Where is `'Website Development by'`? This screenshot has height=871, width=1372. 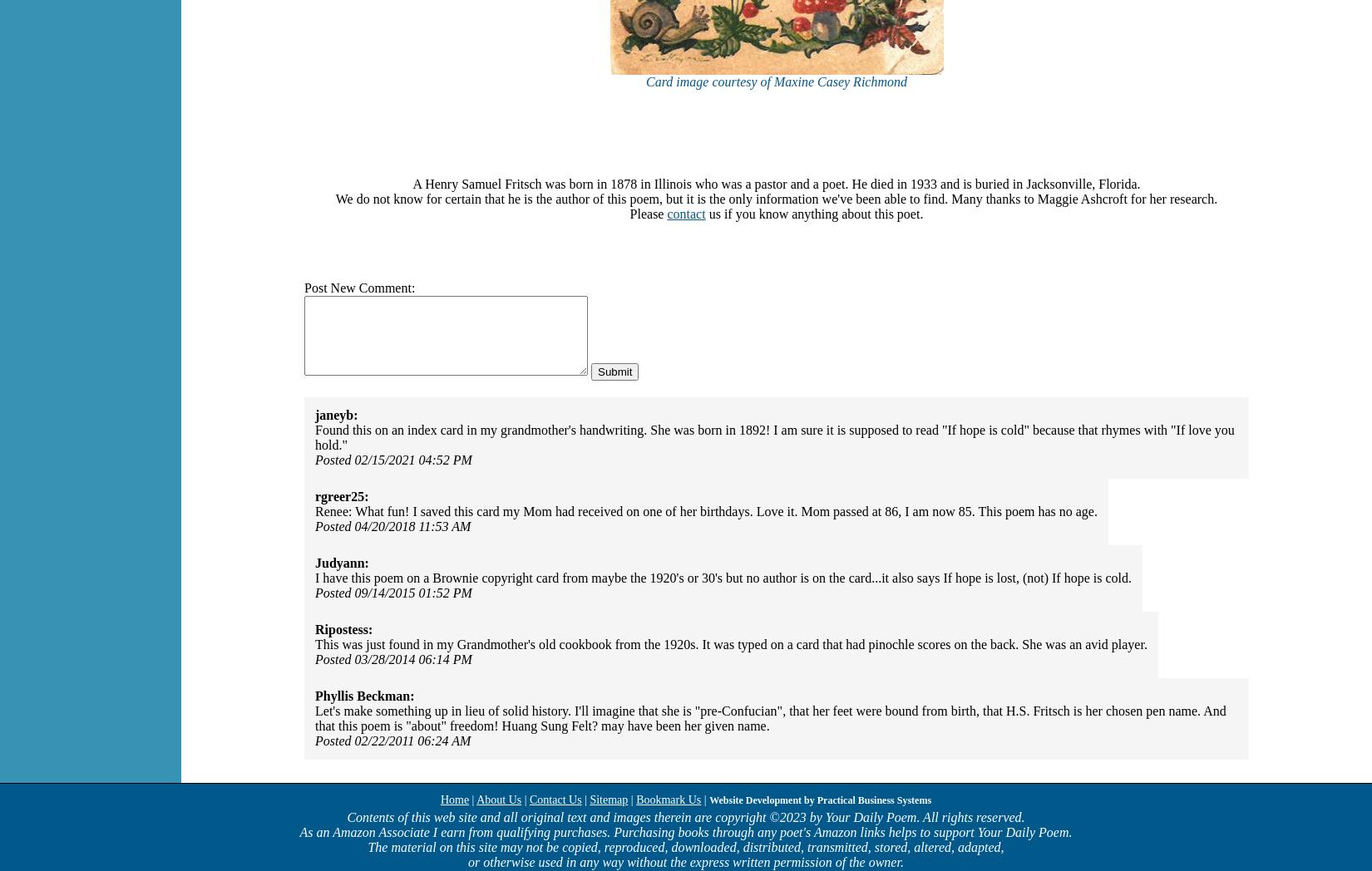
'Website Development by' is located at coordinates (762, 800).